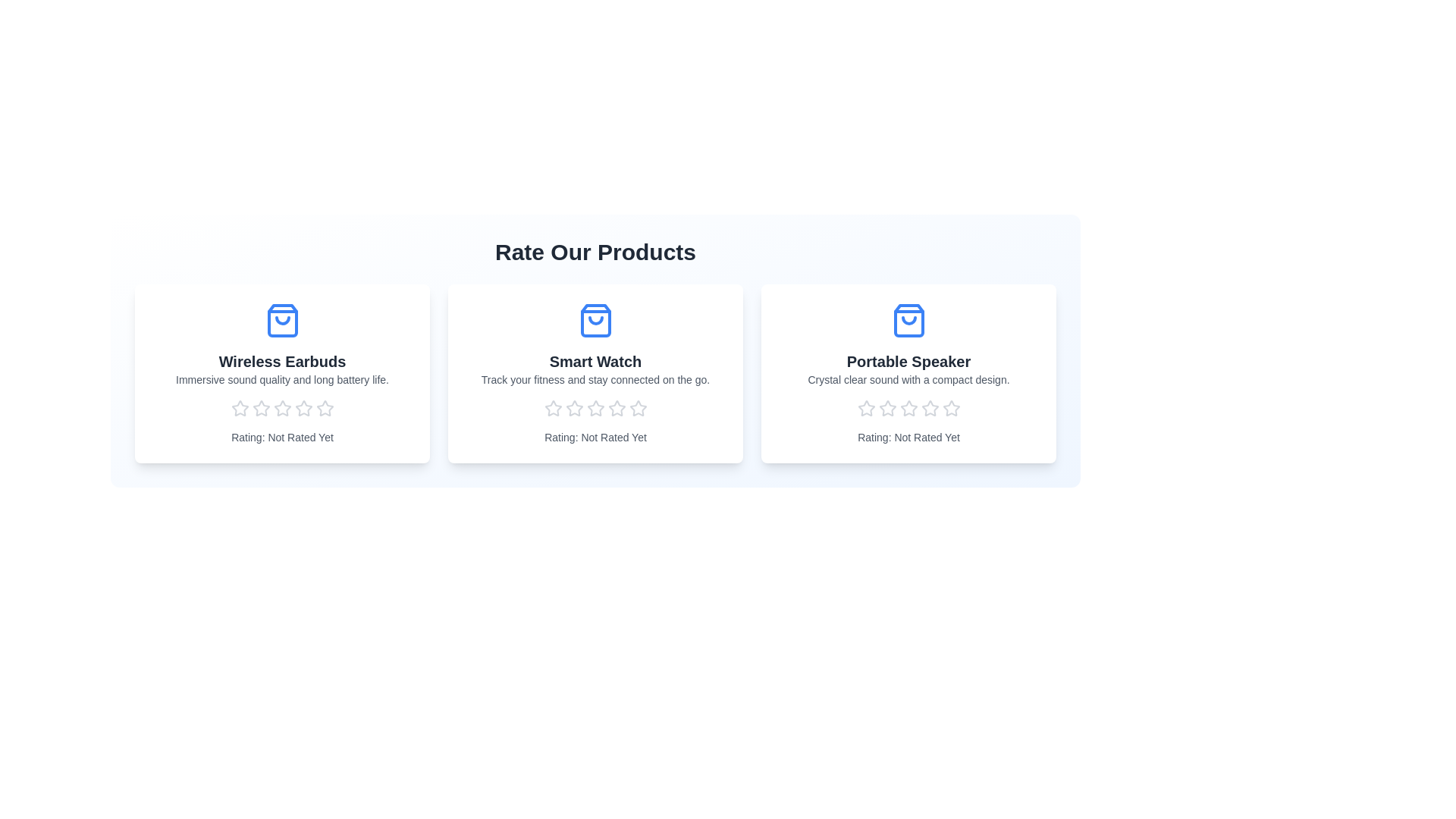 This screenshot has width=1456, height=819. What do you see at coordinates (595, 379) in the screenshot?
I see `the description of the product Smart Watch` at bounding box center [595, 379].